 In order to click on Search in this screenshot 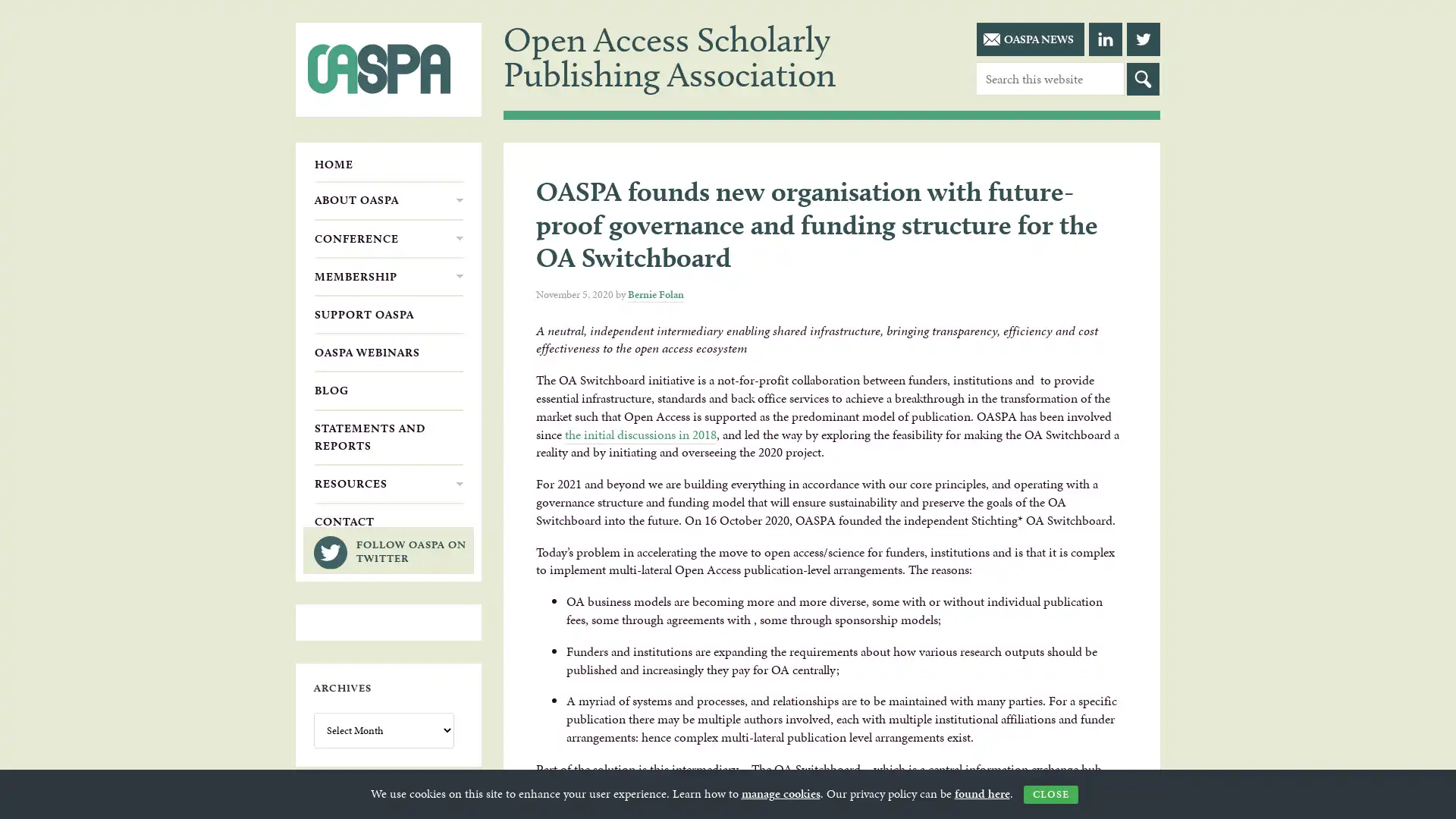, I will do `click(1143, 79)`.